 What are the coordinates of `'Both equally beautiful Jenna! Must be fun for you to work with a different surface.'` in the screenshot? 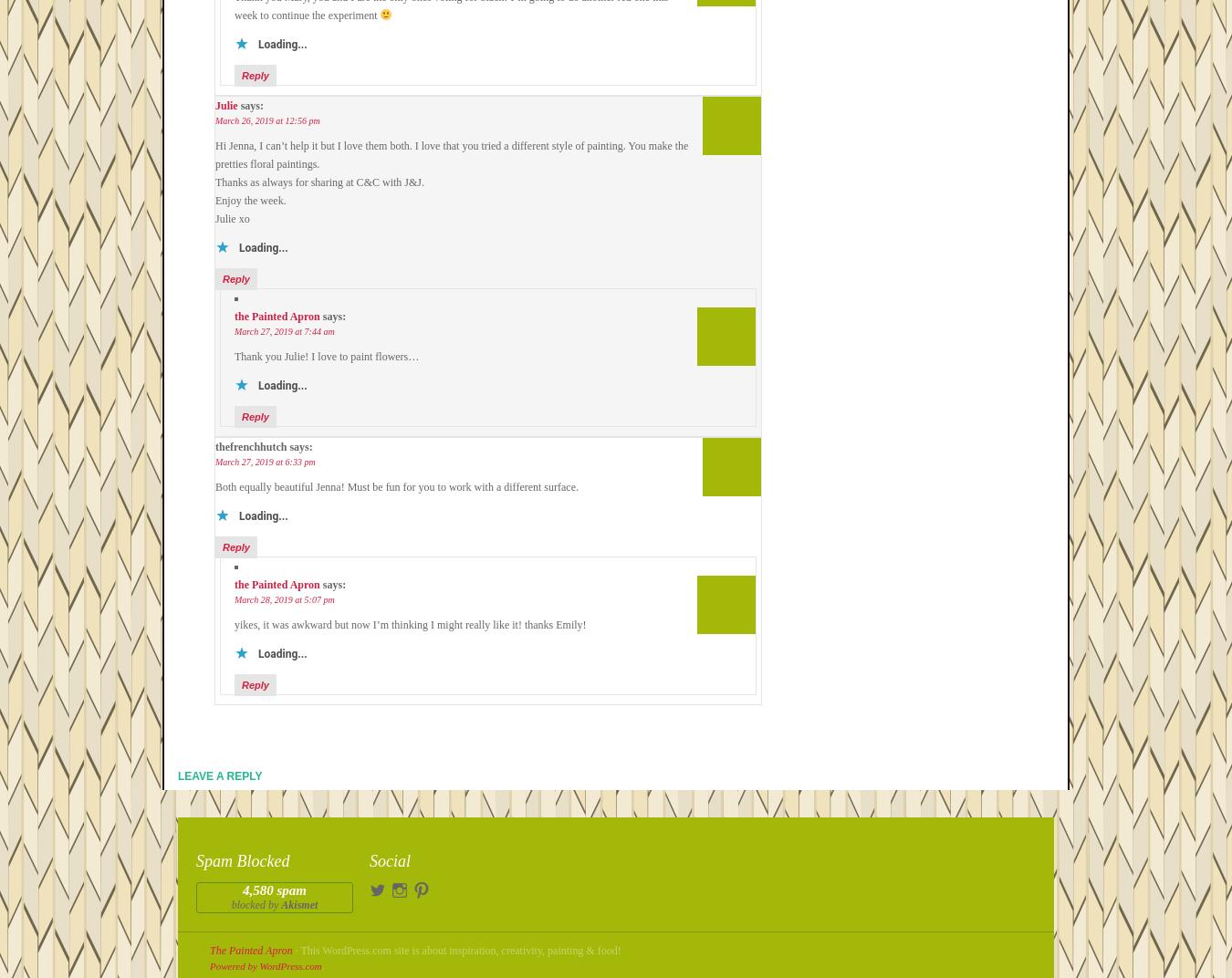 It's located at (396, 486).